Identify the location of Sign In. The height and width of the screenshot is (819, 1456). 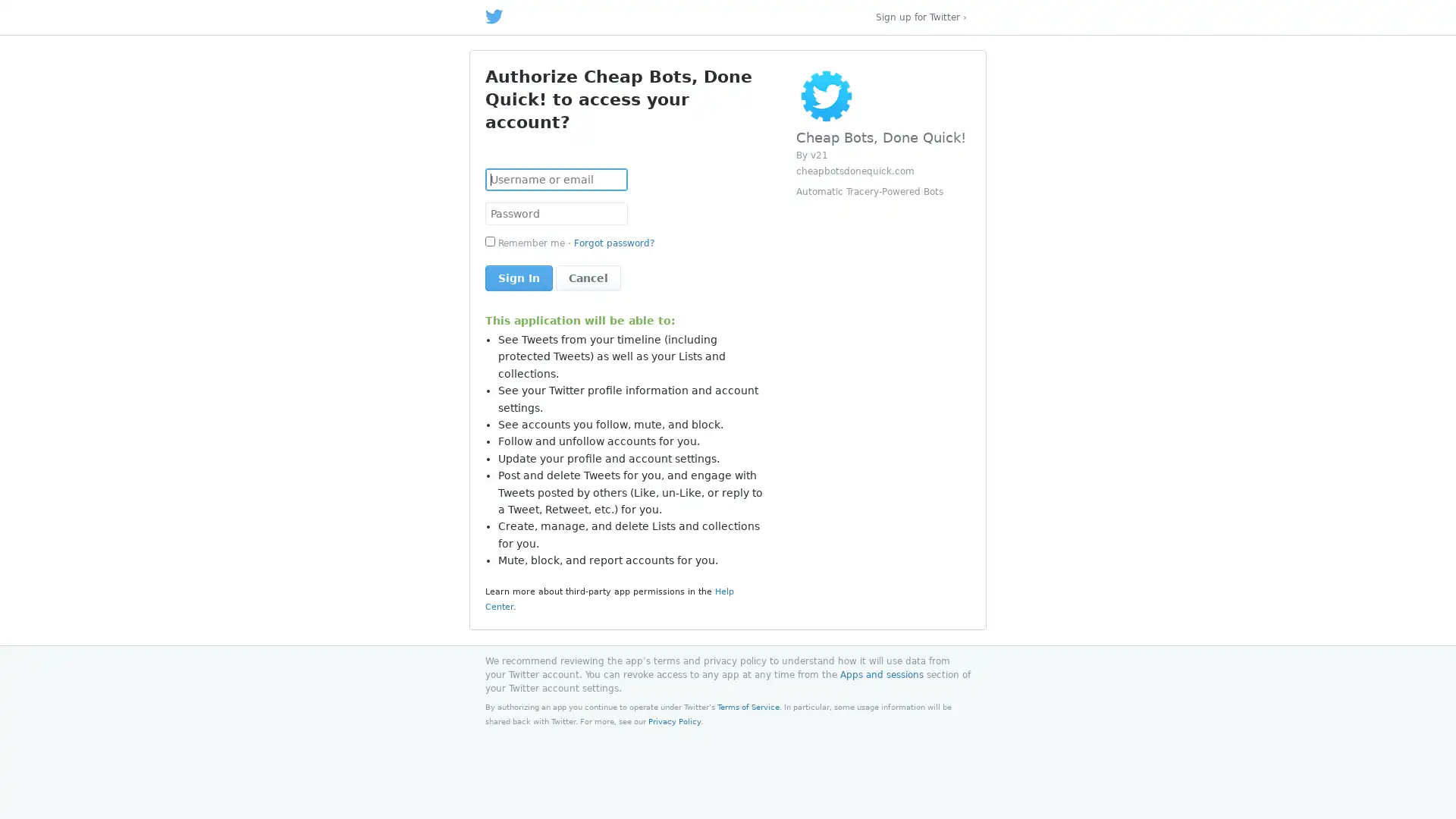
(519, 278).